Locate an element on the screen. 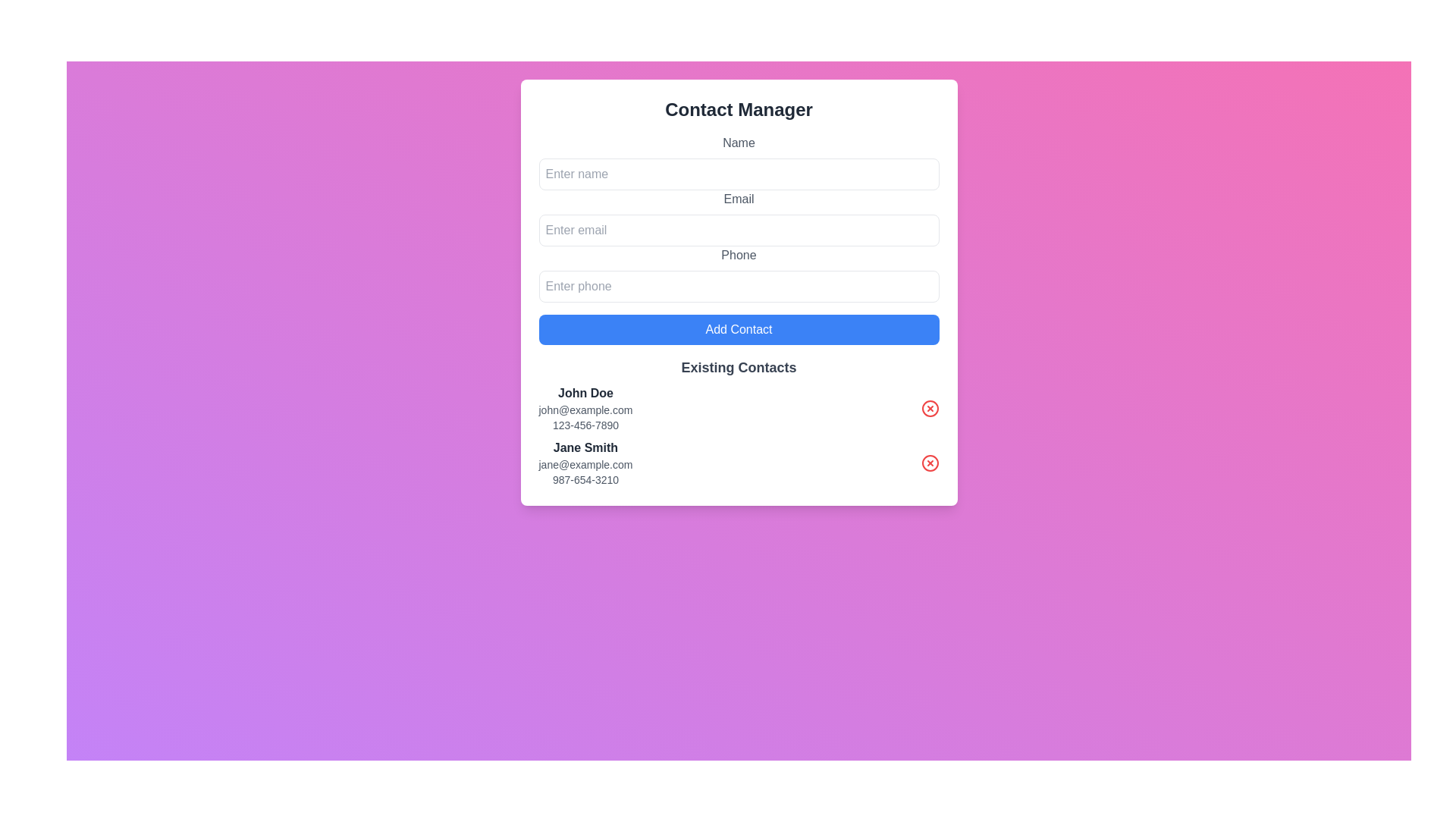  the text input field for entering the user's name, located directly below the 'Name' label, by pressing the Tab key is located at coordinates (739, 174).